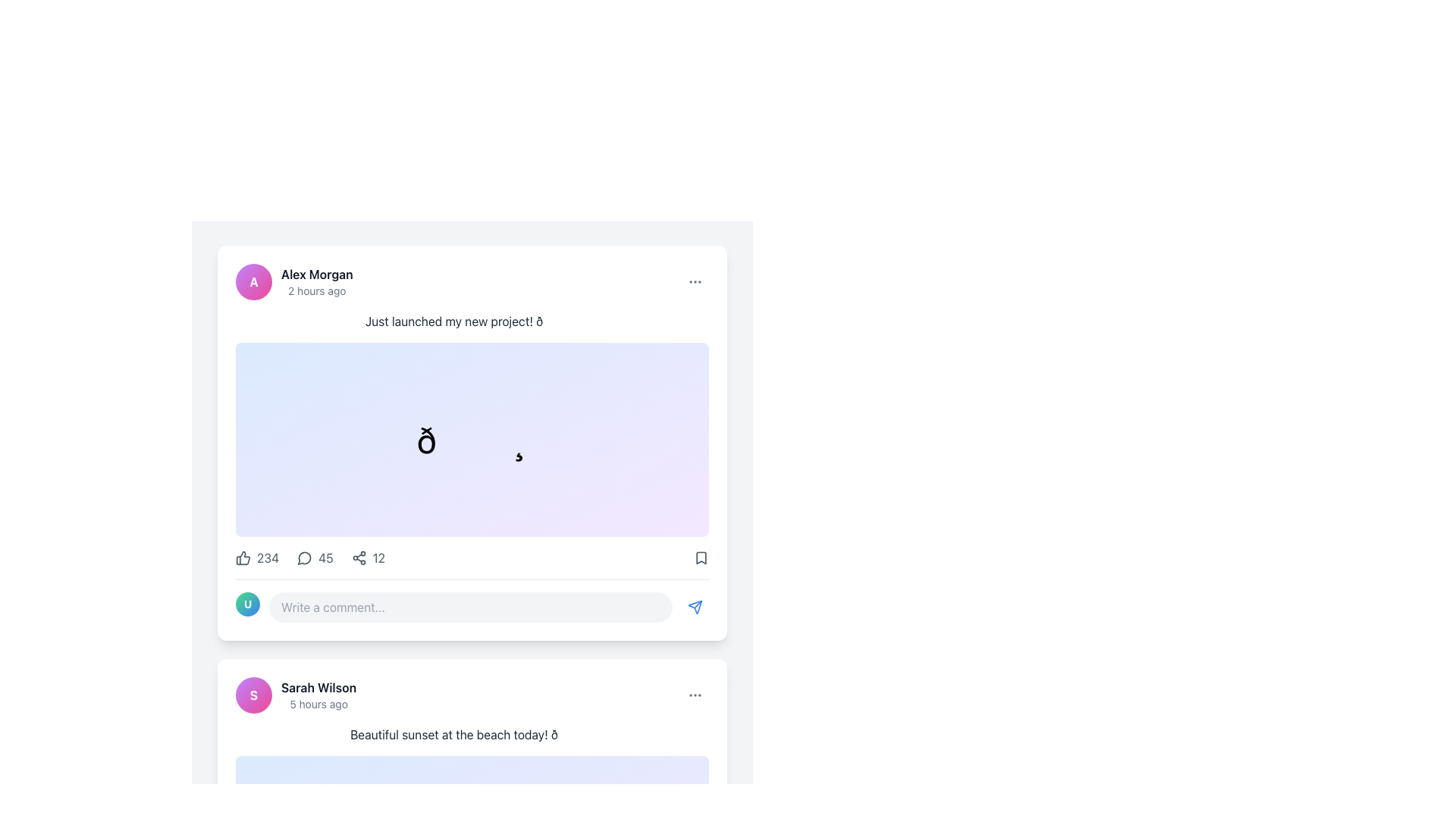 This screenshot has width=1456, height=819. Describe the element at coordinates (303, 558) in the screenshot. I see `the chat bubble icon located beneath the post by 'Alex Morgan'` at that location.